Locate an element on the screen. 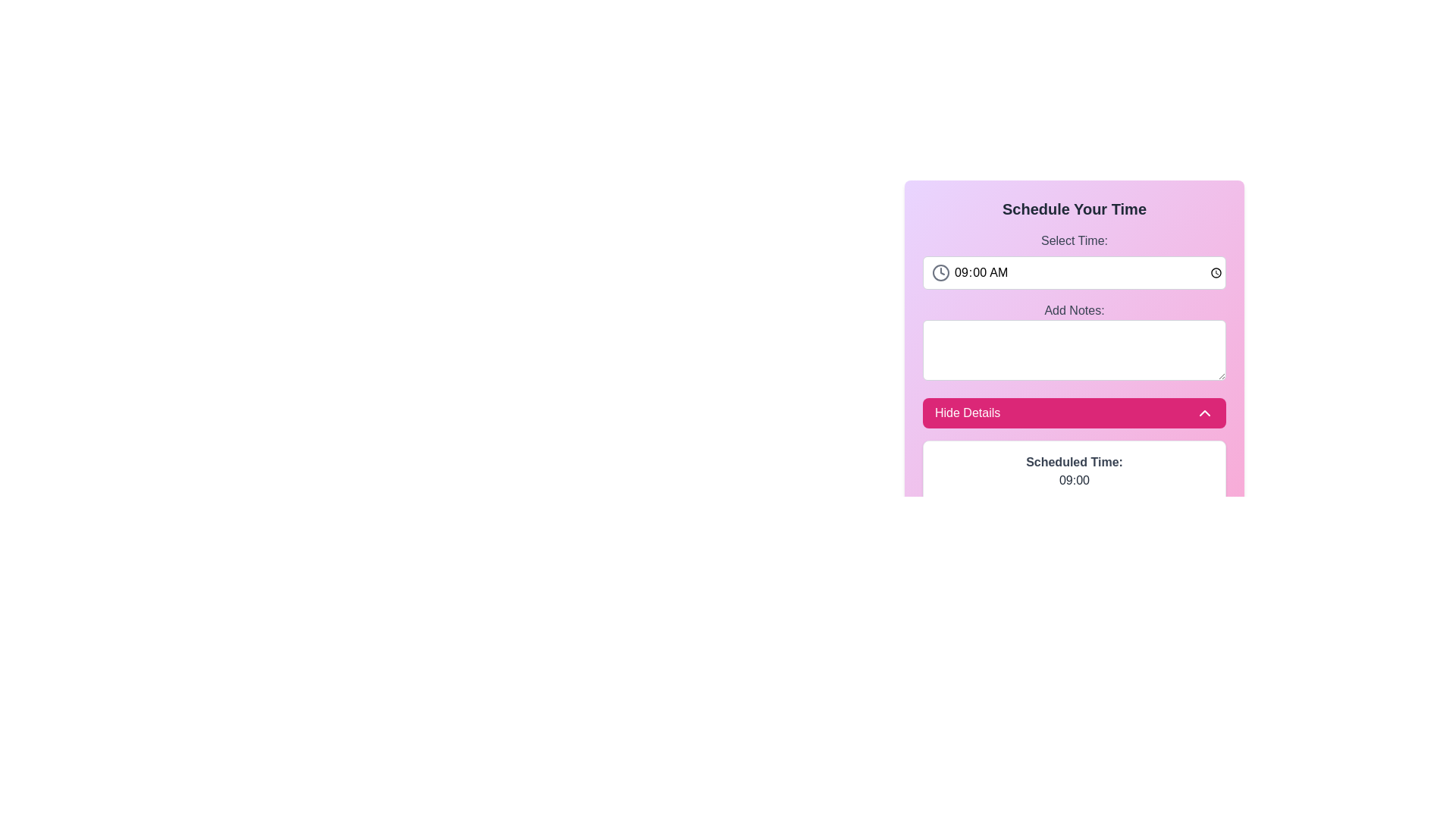  the icon or decorative image located on the left side of the time input field, which symbolizes the purpose of the adjacent input field for time selection is located at coordinates (940, 271).